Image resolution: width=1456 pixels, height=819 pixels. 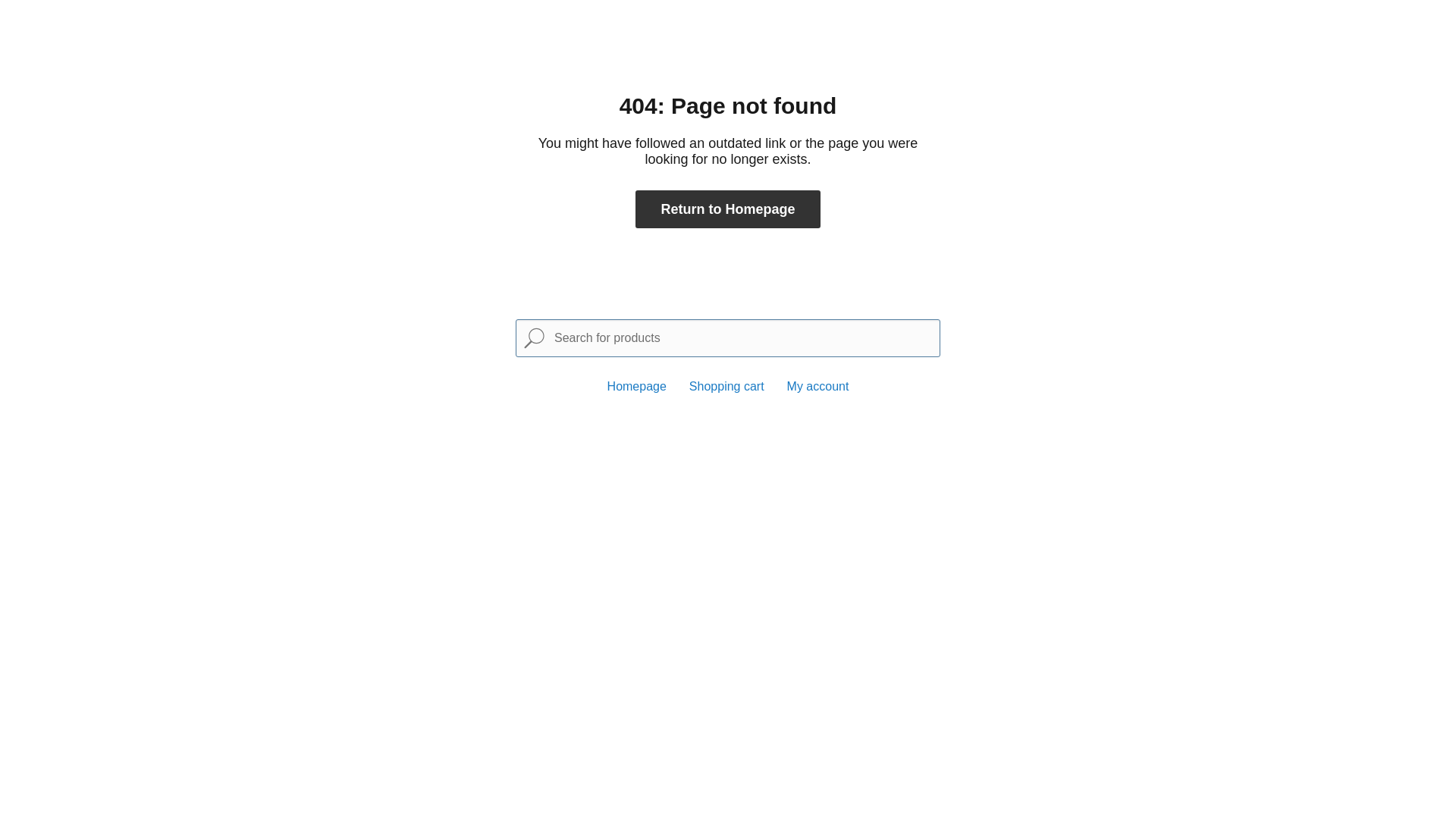 I want to click on 'Shopping cart', so click(x=726, y=385).